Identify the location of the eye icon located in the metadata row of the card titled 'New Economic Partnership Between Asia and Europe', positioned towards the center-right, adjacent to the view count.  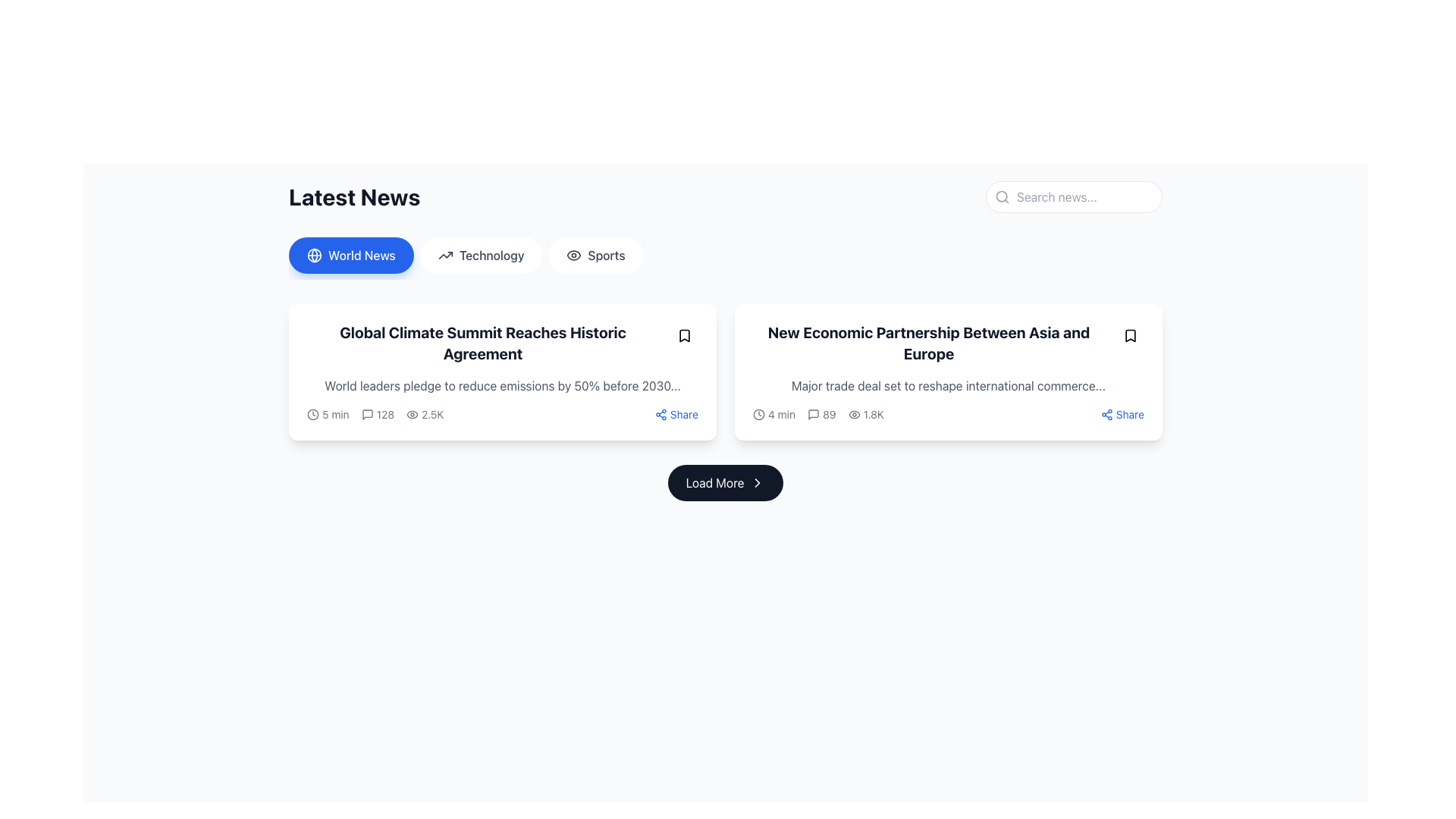
(854, 415).